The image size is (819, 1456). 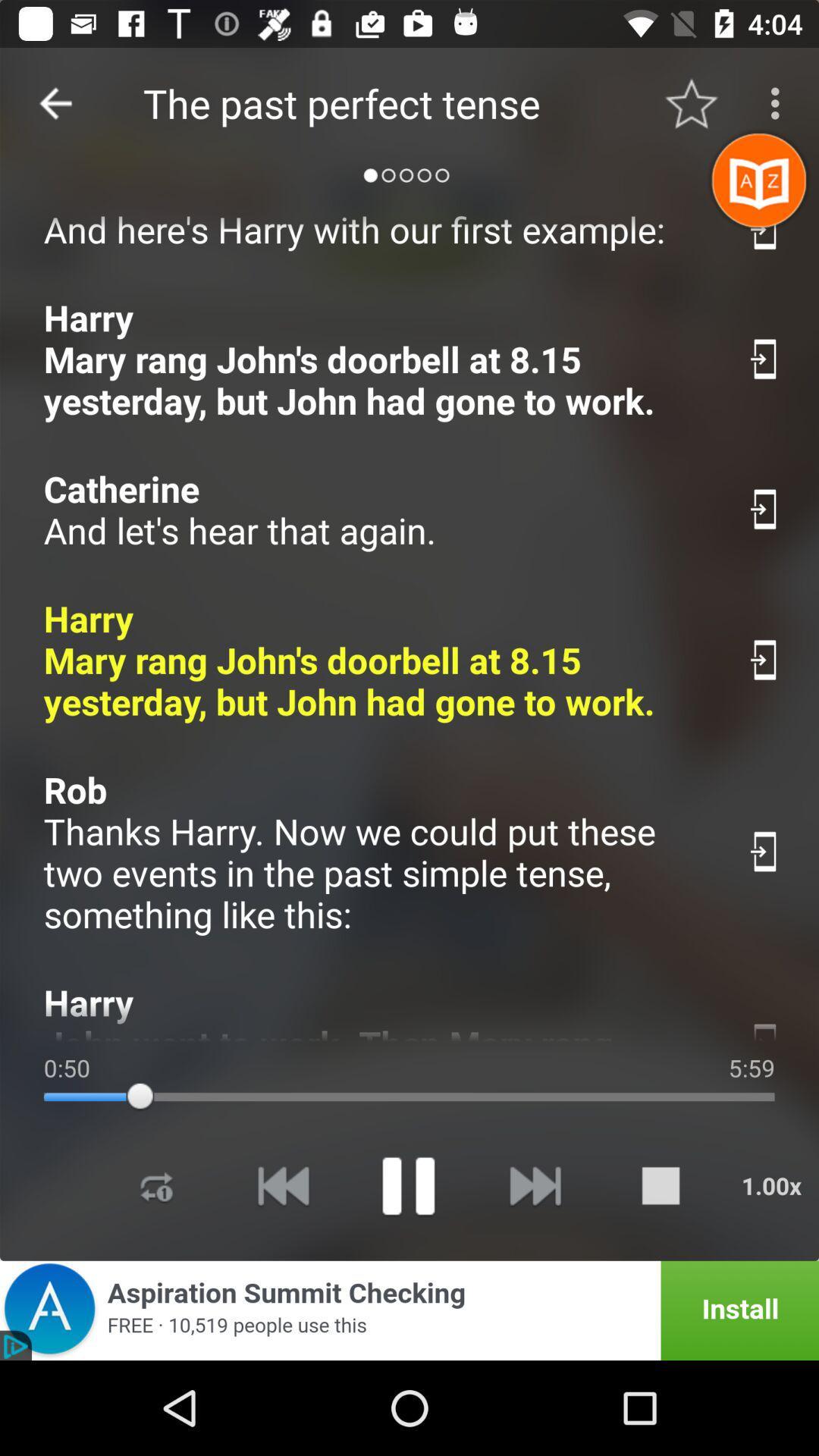 I want to click on icon next to the 1.00x, so click(x=660, y=1185).